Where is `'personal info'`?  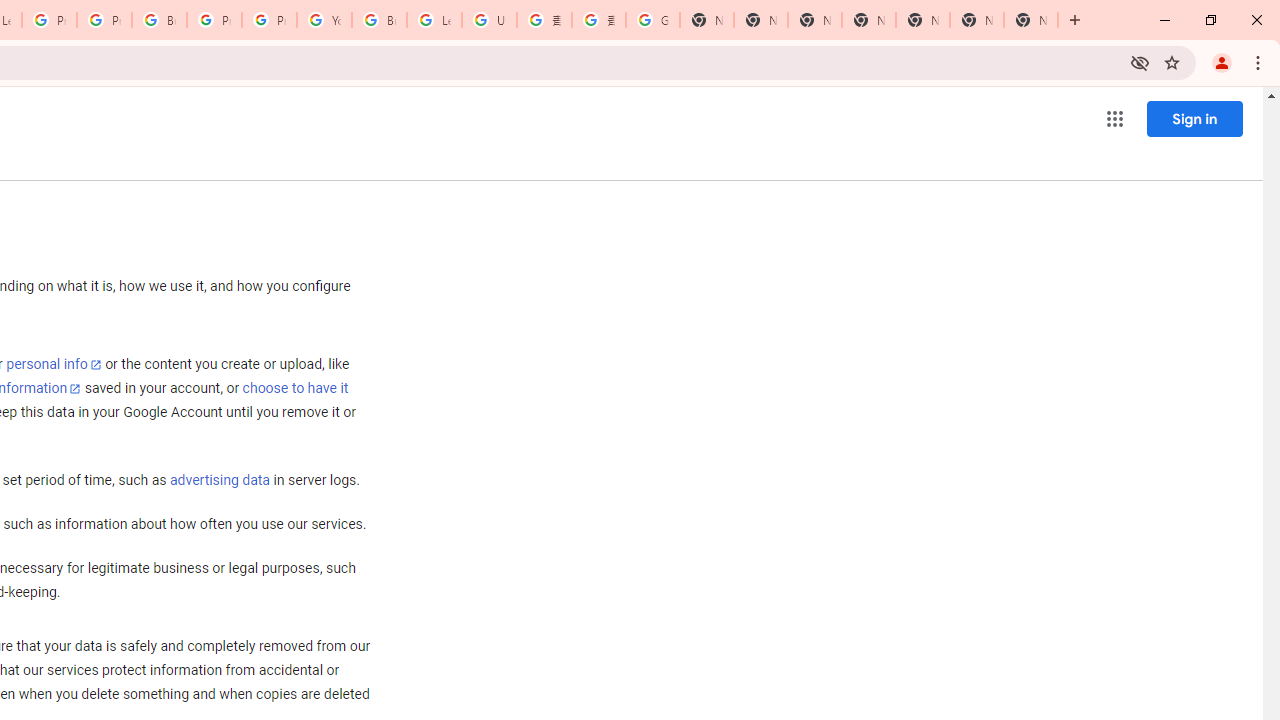
'personal info' is located at coordinates (54, 364).